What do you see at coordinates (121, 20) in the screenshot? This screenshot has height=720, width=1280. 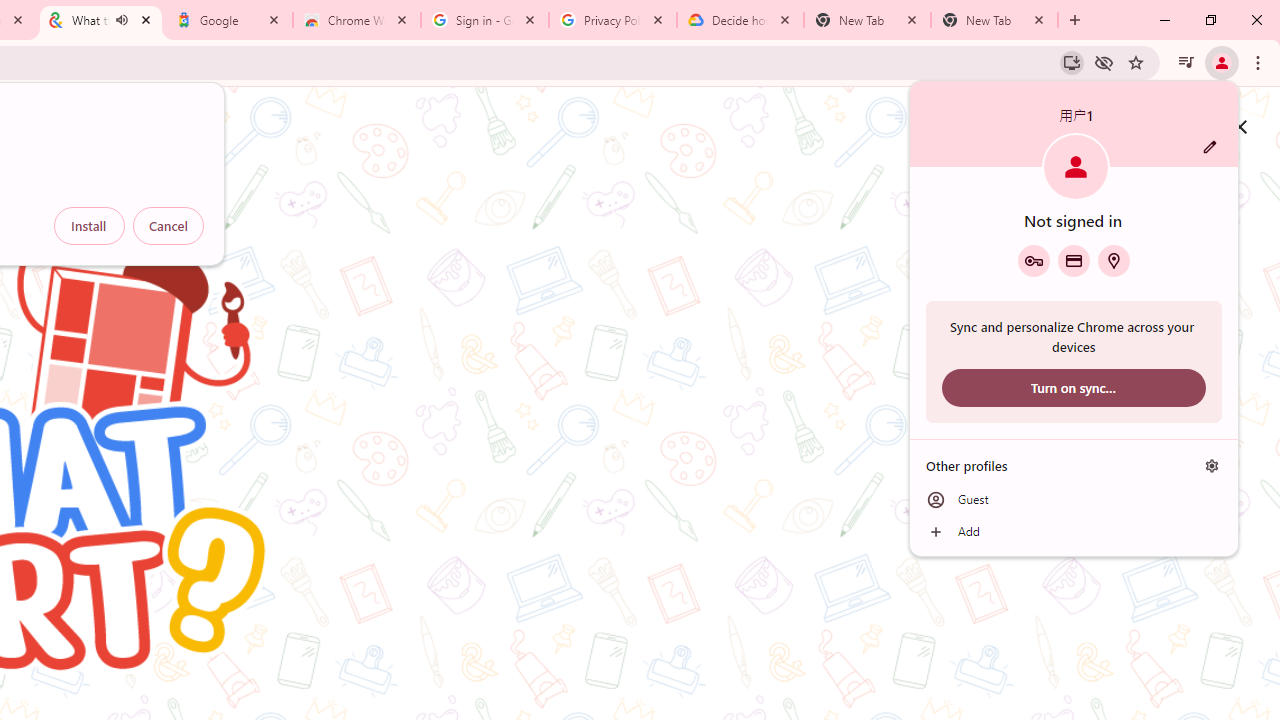 I see `'Mute tab'` at bounding box center [121, 20].